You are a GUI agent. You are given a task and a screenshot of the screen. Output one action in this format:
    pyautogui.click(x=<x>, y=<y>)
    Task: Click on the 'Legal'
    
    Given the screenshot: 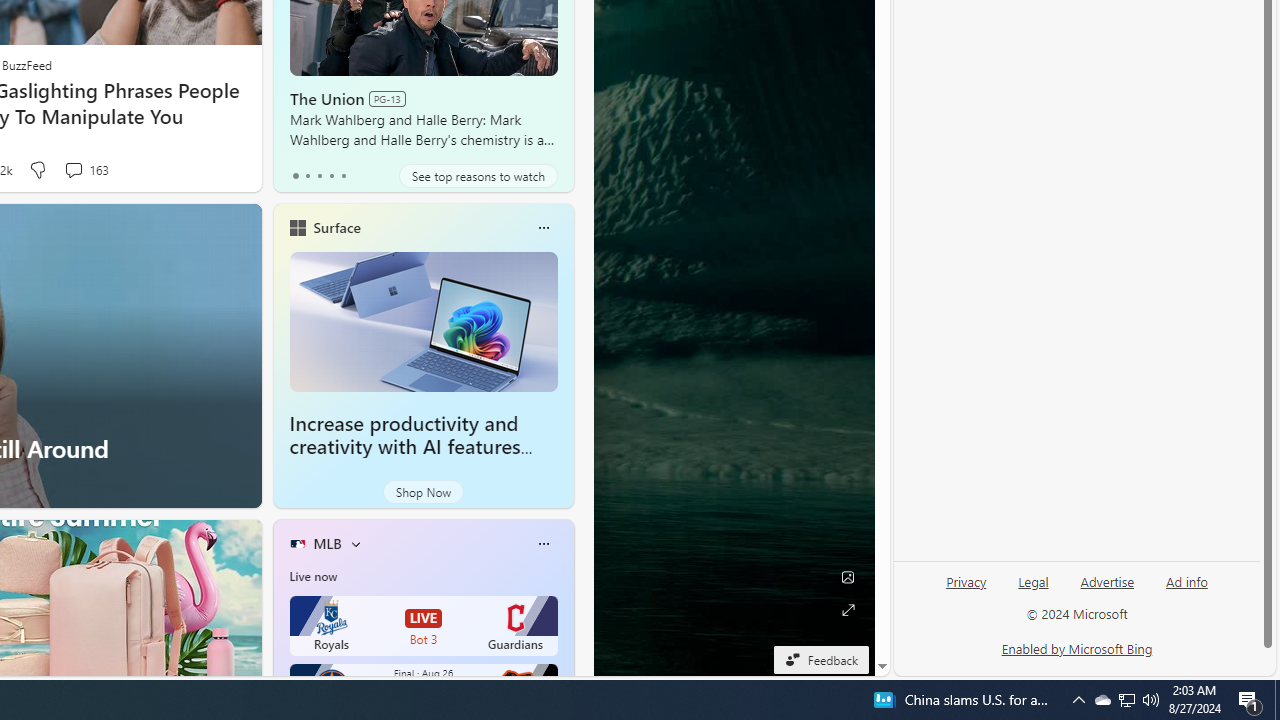 What is the action you would take?
    pyautogui.click(x=1033, y=582)
    